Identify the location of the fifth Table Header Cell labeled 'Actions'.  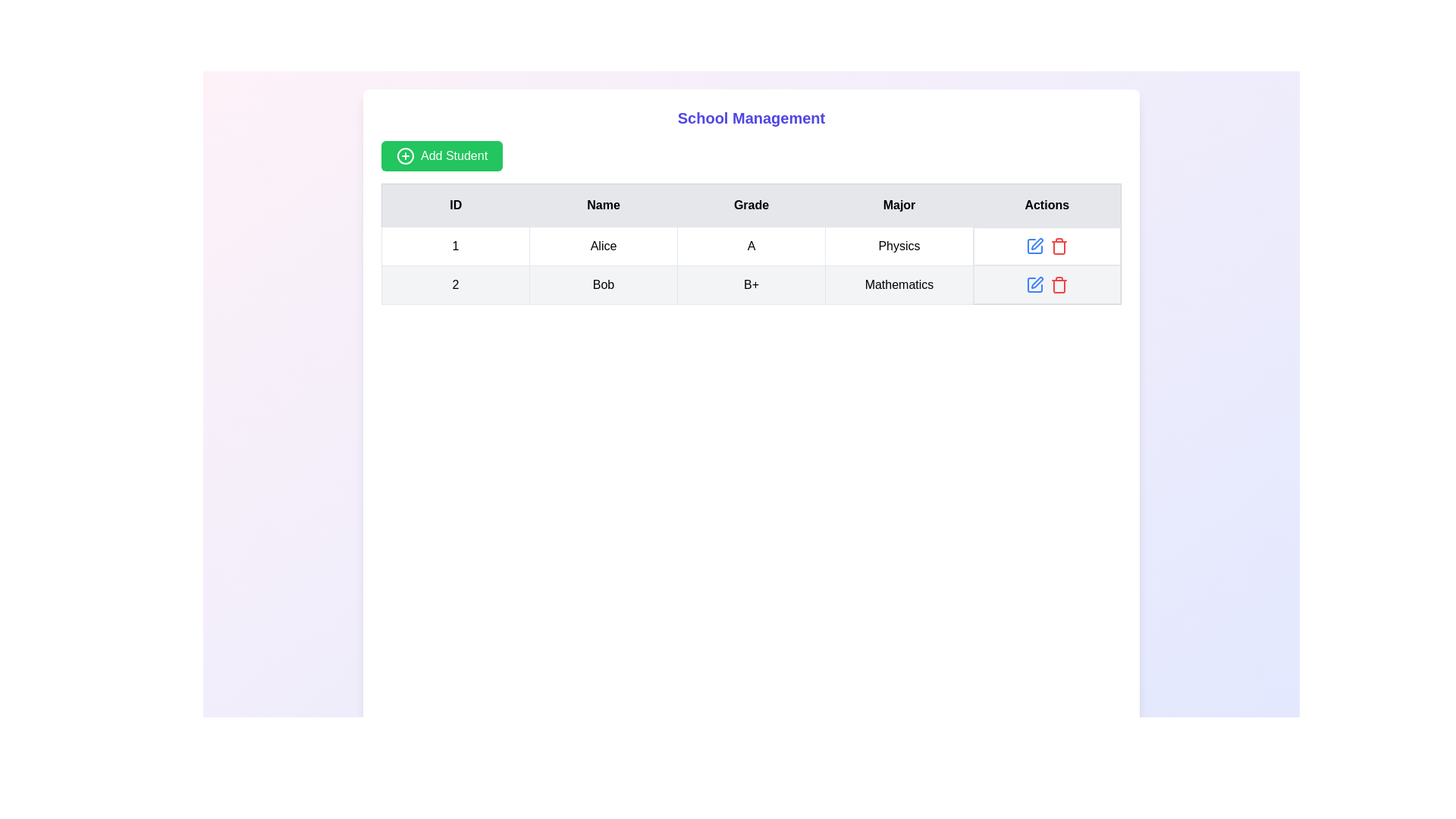
(1046, 205).